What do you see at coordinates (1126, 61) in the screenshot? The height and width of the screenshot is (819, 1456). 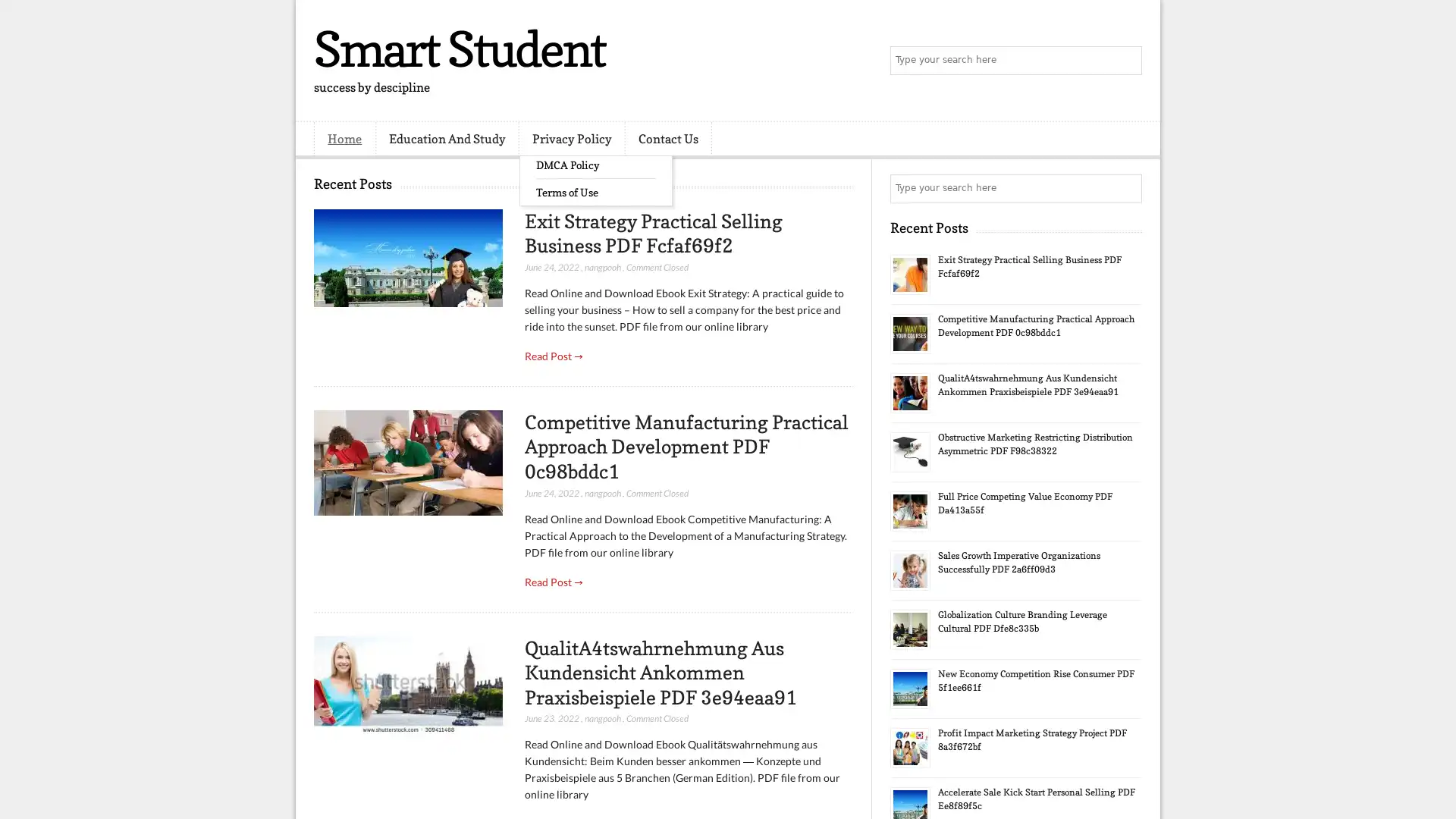 I see `Search` at bounding box center [1126, 61].